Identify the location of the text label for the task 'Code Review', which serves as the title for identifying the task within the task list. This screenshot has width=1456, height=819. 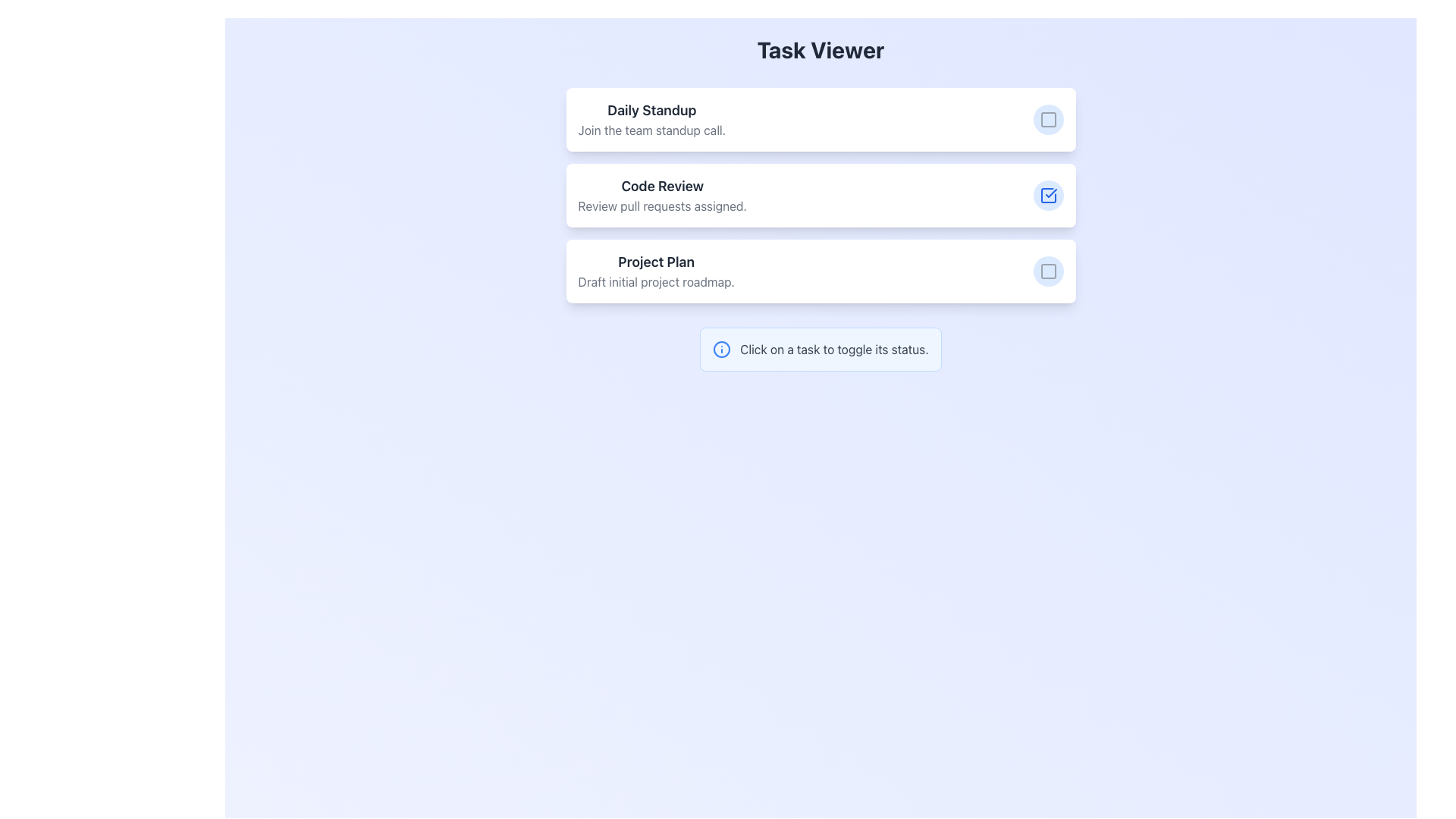
(662, 186).